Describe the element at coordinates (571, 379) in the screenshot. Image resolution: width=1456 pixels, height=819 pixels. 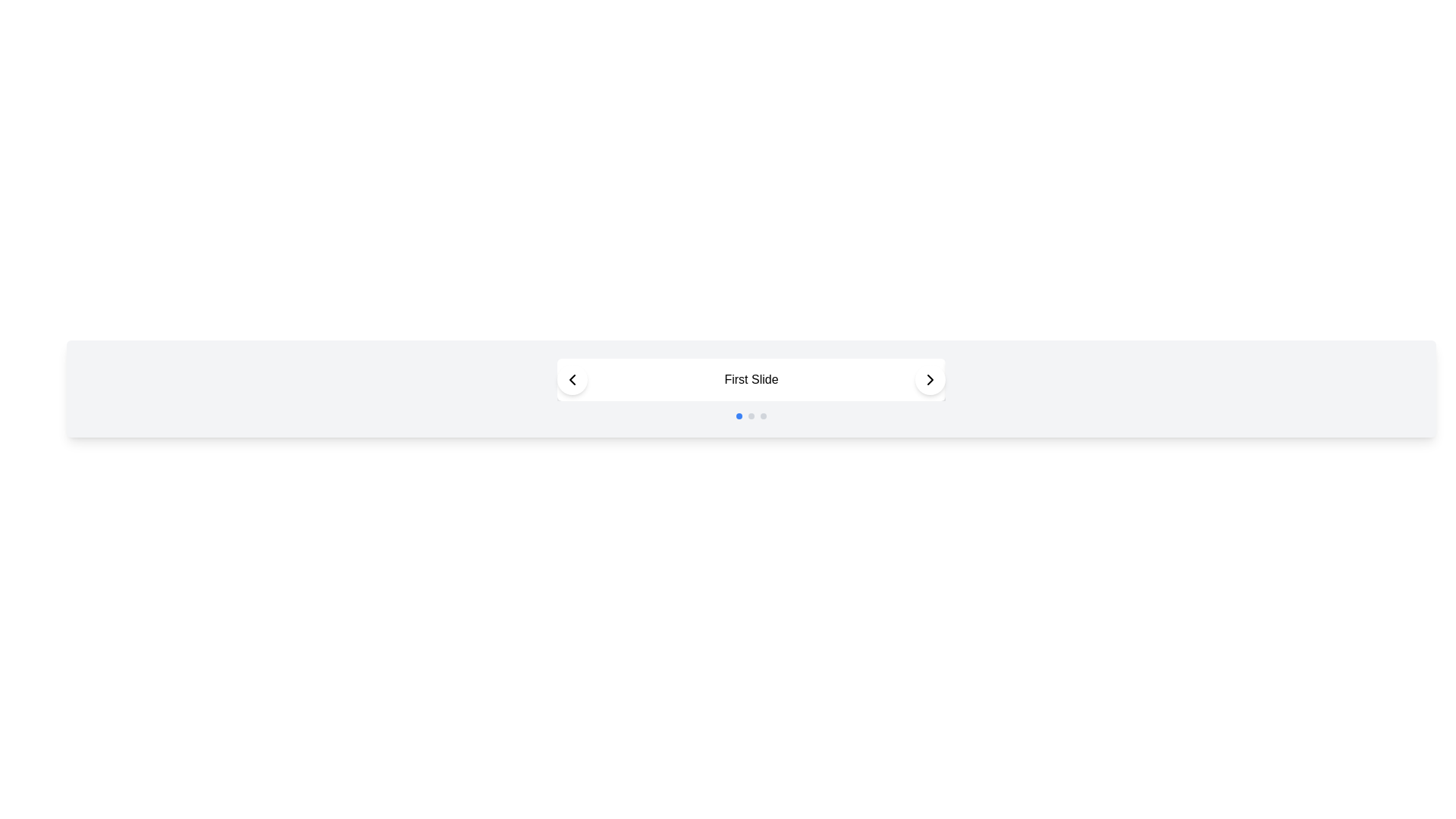
I see `the left-facing arrow icon button within a circular button` at that location.